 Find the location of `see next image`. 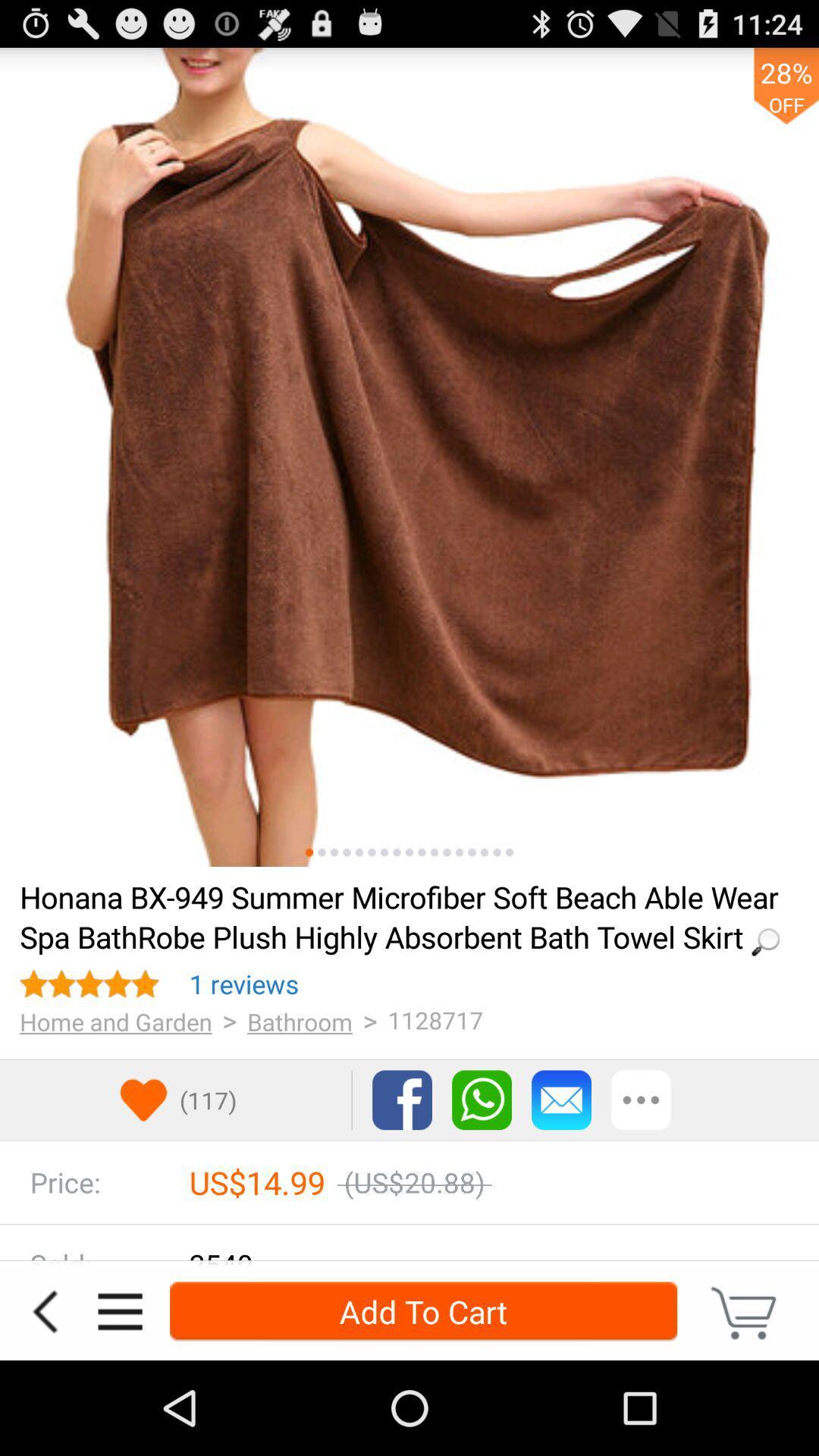

see next image is located at coordinates (409, 457).